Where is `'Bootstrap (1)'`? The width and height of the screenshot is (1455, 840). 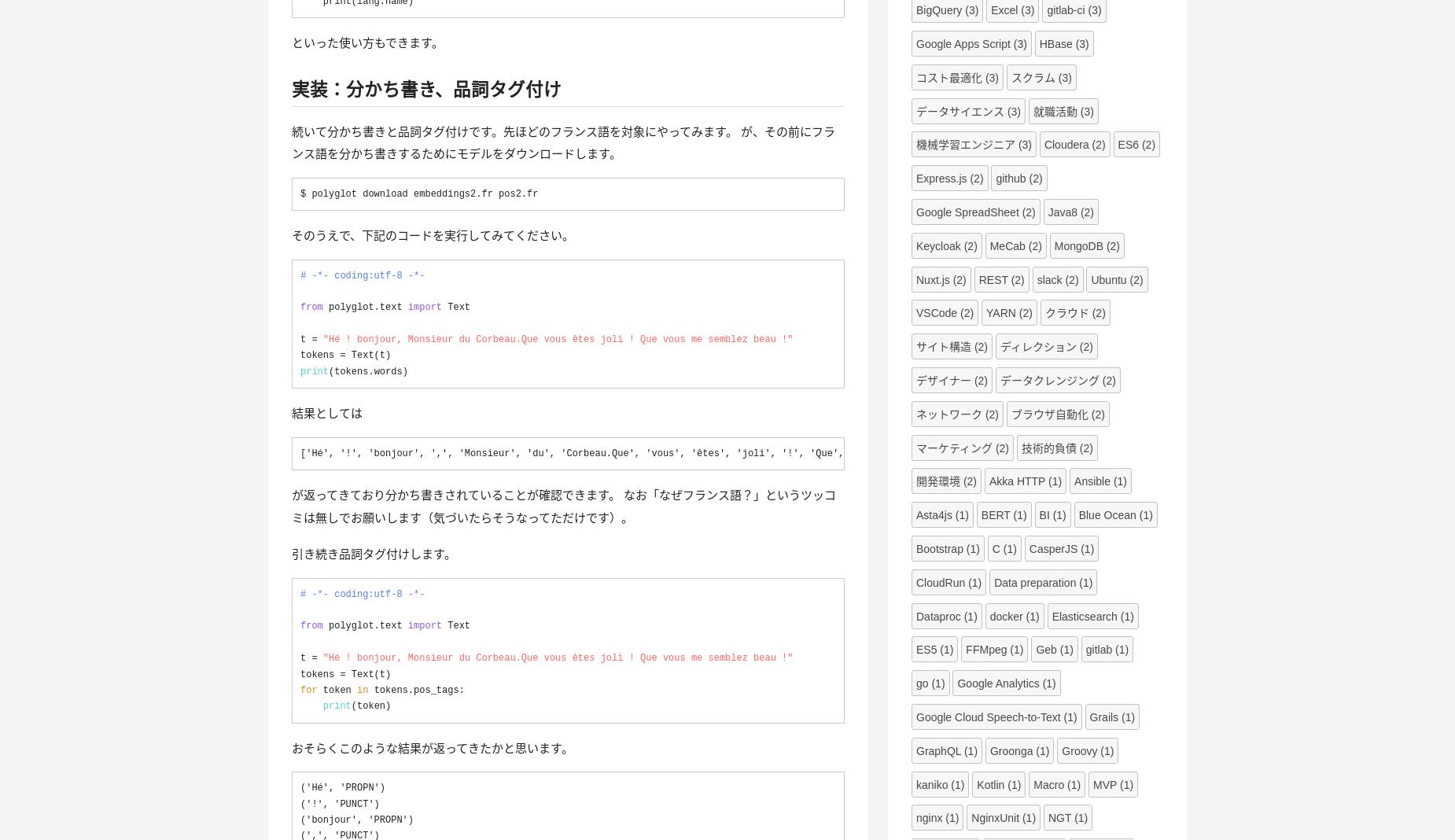
'Bootstrap (1)' is located at coordinates (947, 549).